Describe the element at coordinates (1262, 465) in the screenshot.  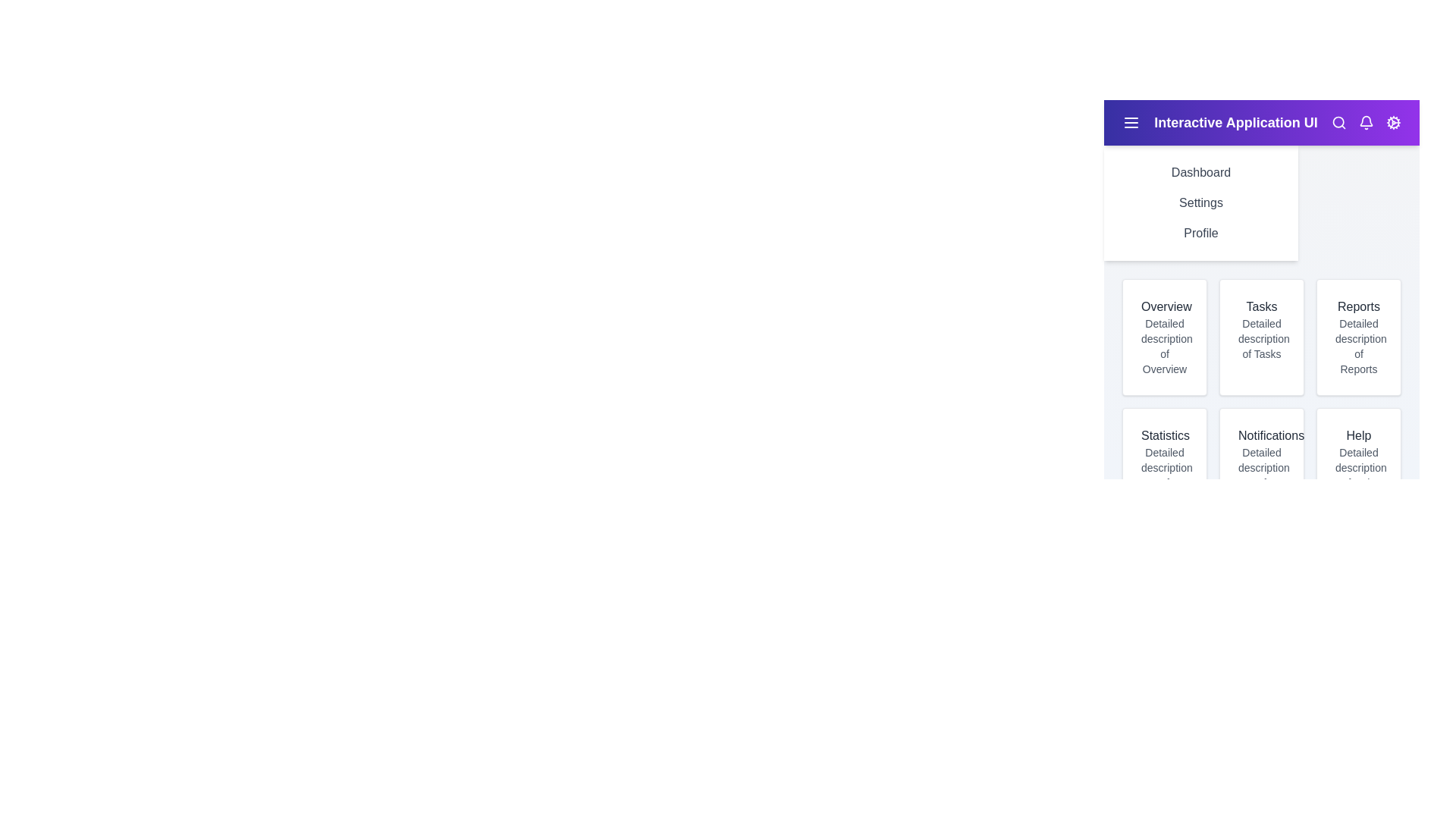
I see `the Notifications card to interact with its content` at that location.